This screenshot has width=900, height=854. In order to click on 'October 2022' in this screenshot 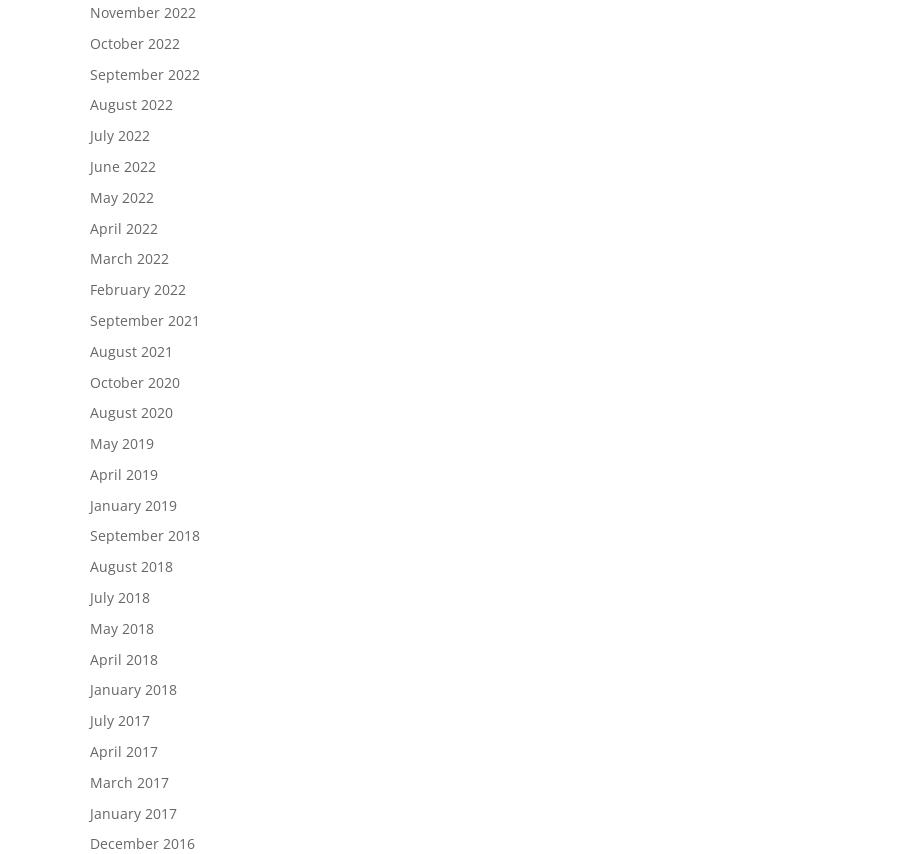, I will do `click(135, 42)`.